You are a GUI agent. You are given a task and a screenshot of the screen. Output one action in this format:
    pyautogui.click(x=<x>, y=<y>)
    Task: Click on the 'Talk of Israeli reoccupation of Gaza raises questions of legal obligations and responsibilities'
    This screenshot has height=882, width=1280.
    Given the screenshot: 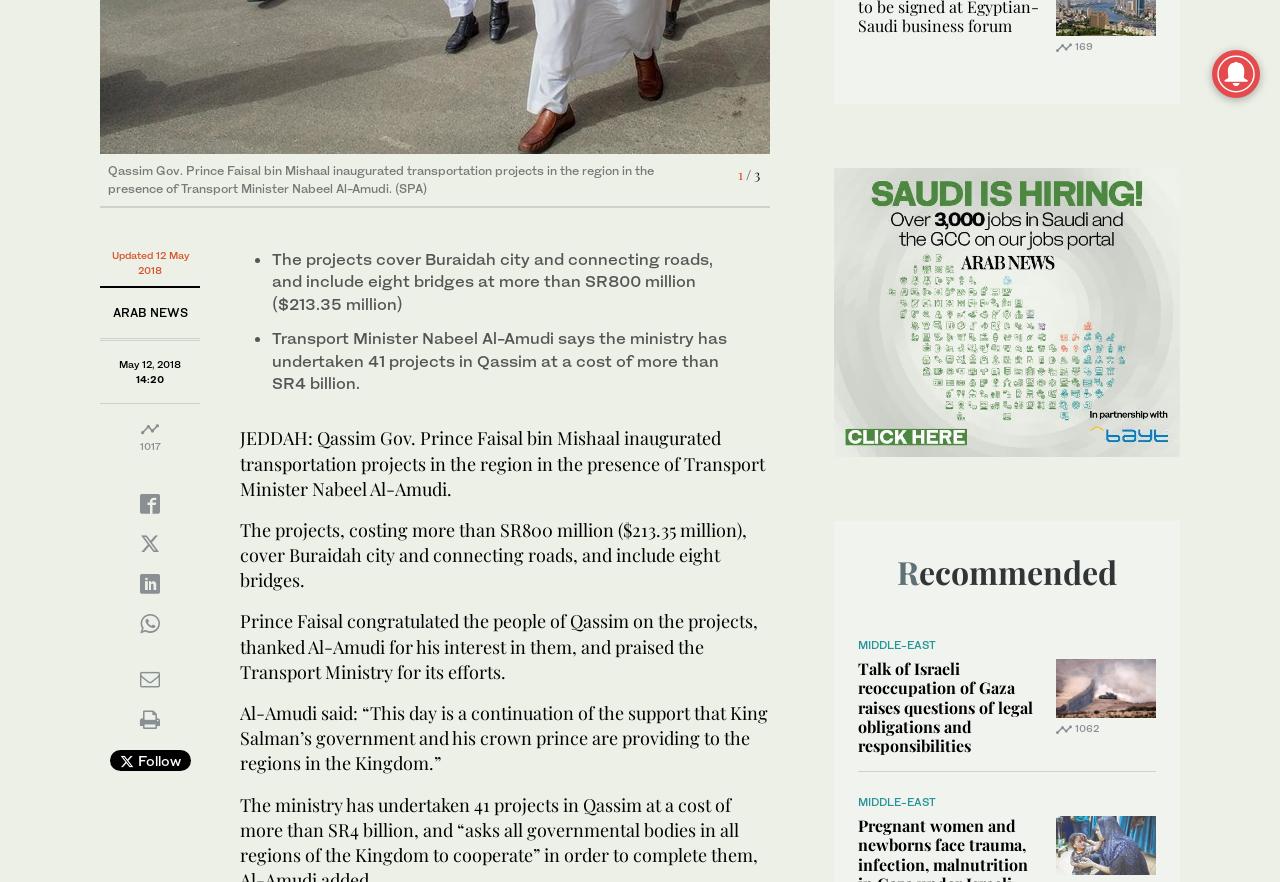 What is the action you would take?
    pyautogui.click(x=857, y=706)
    